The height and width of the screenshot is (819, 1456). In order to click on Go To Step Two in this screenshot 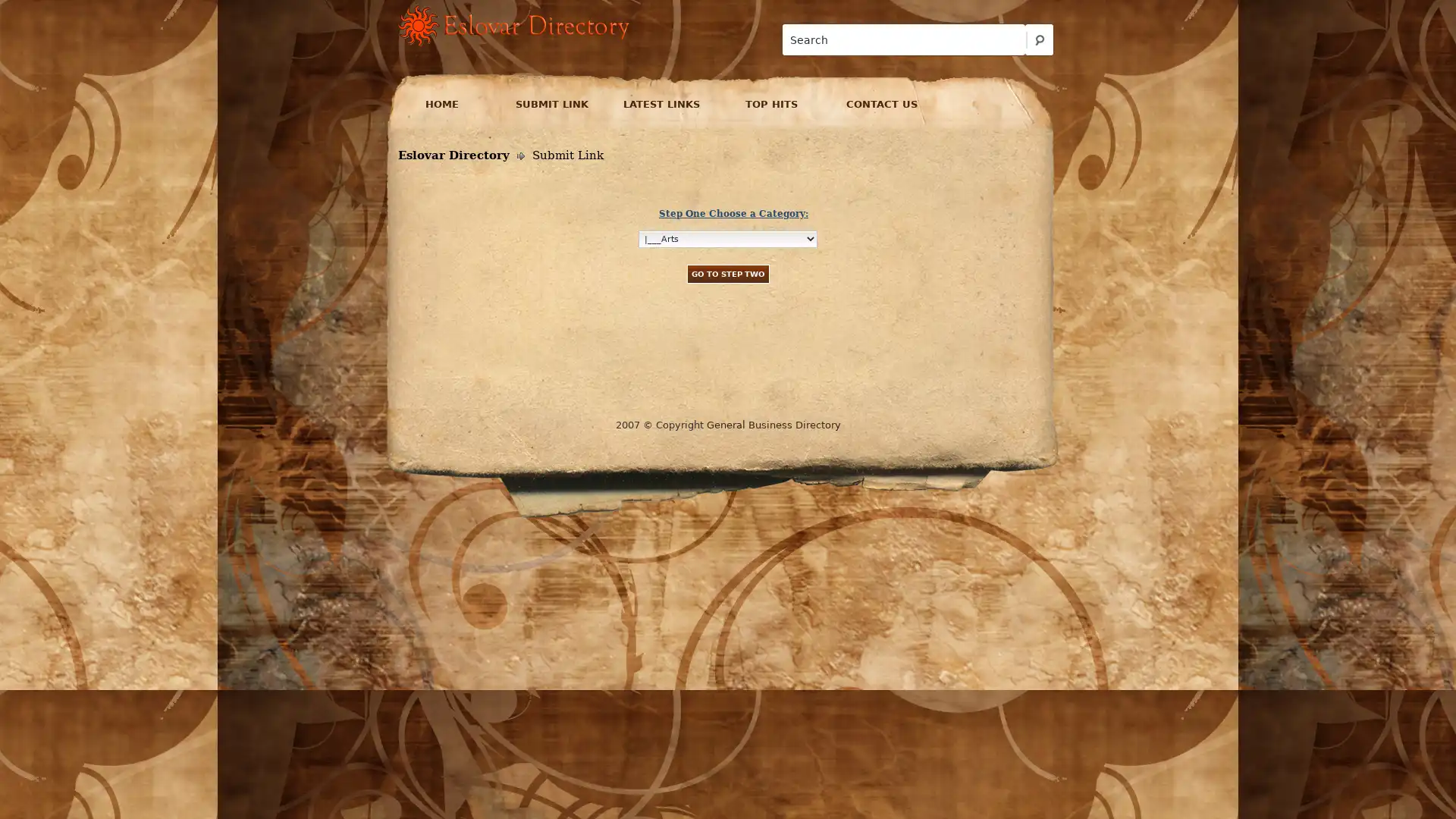, I will do `click(726, 273)`.